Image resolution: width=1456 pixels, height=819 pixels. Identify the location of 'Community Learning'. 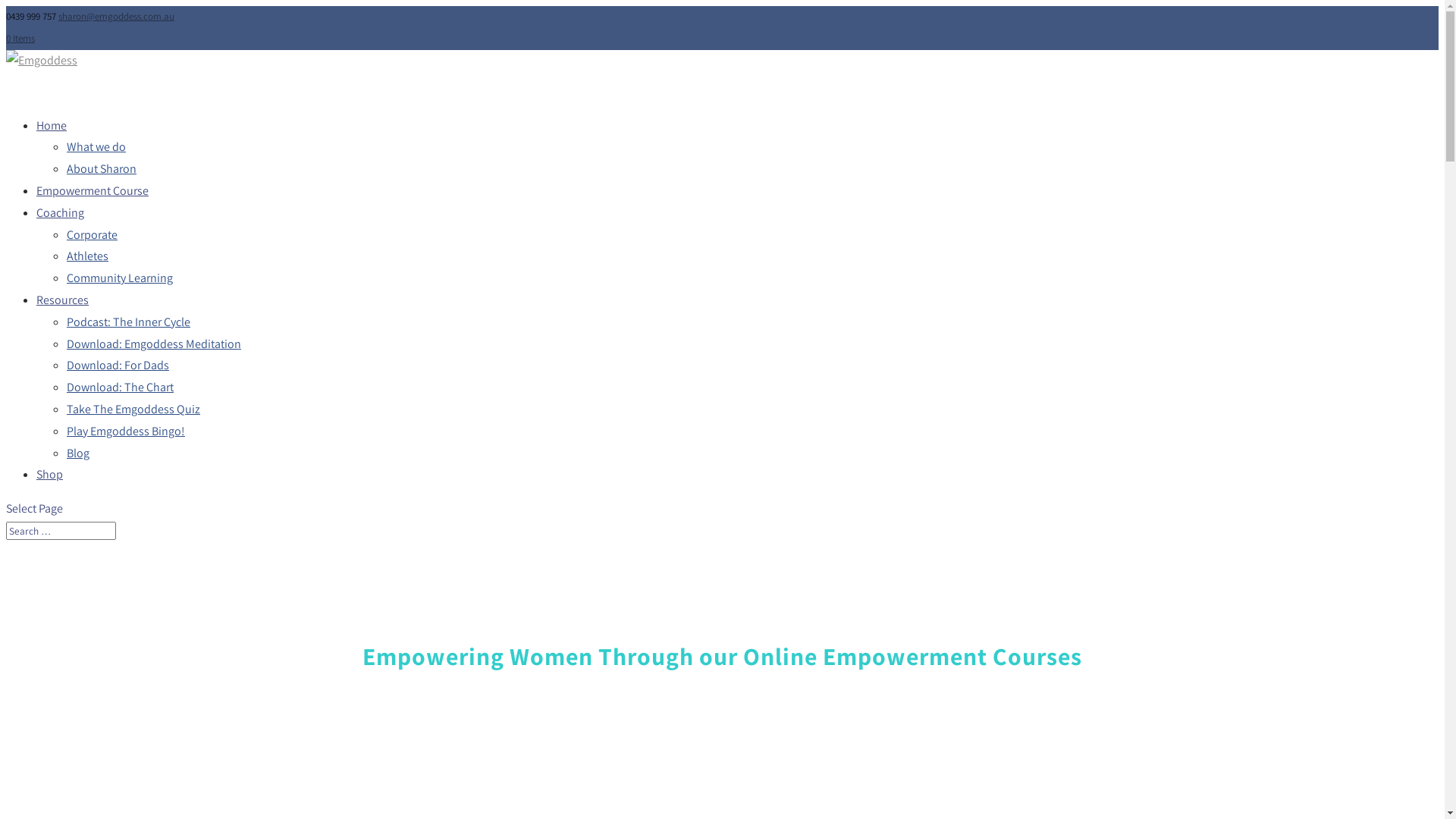
(119, 278).